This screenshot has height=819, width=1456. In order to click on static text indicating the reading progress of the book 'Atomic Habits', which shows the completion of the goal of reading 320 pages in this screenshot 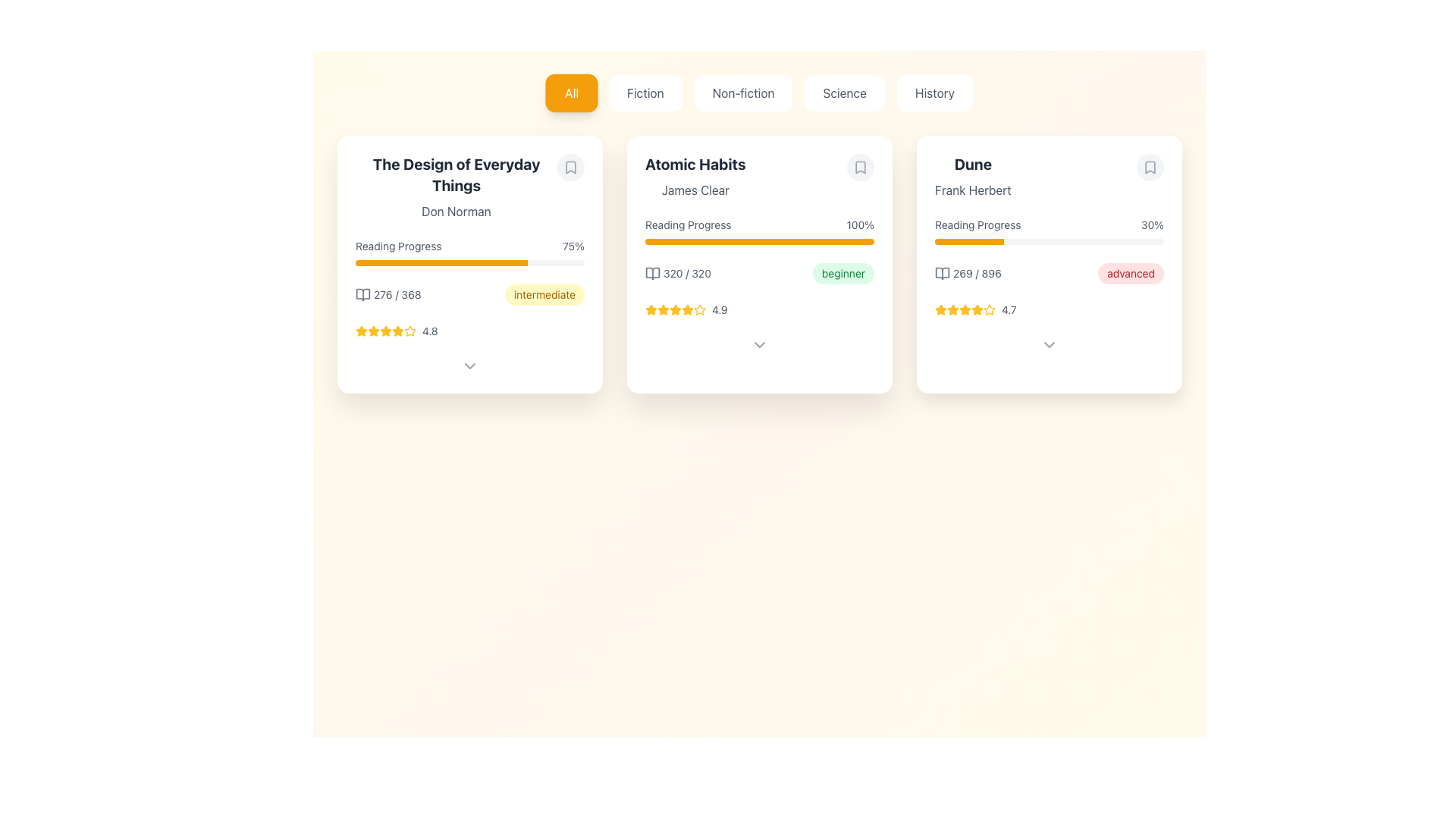, I will do `click(686, 274)`.